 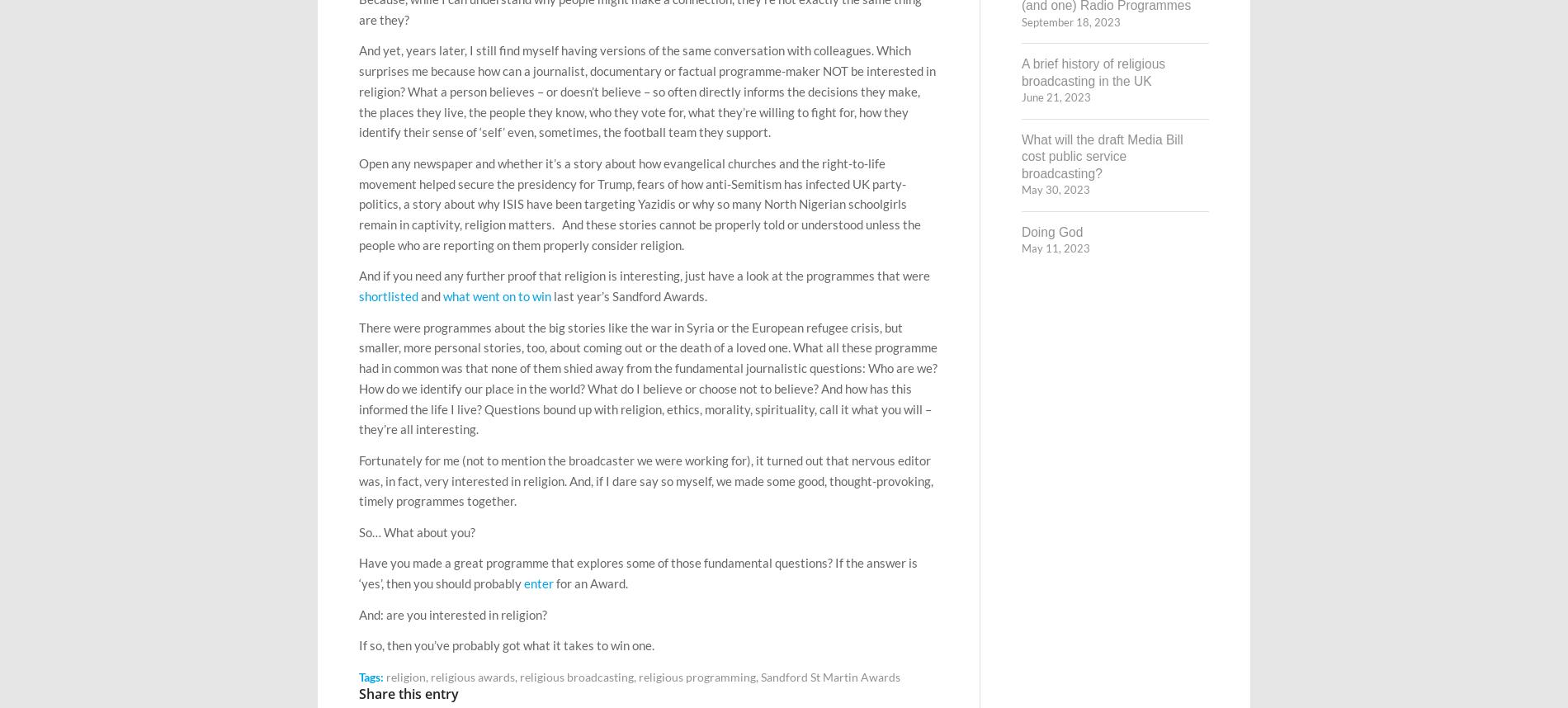 I want to click on 'Doing God', so click(x=1051, y=231).